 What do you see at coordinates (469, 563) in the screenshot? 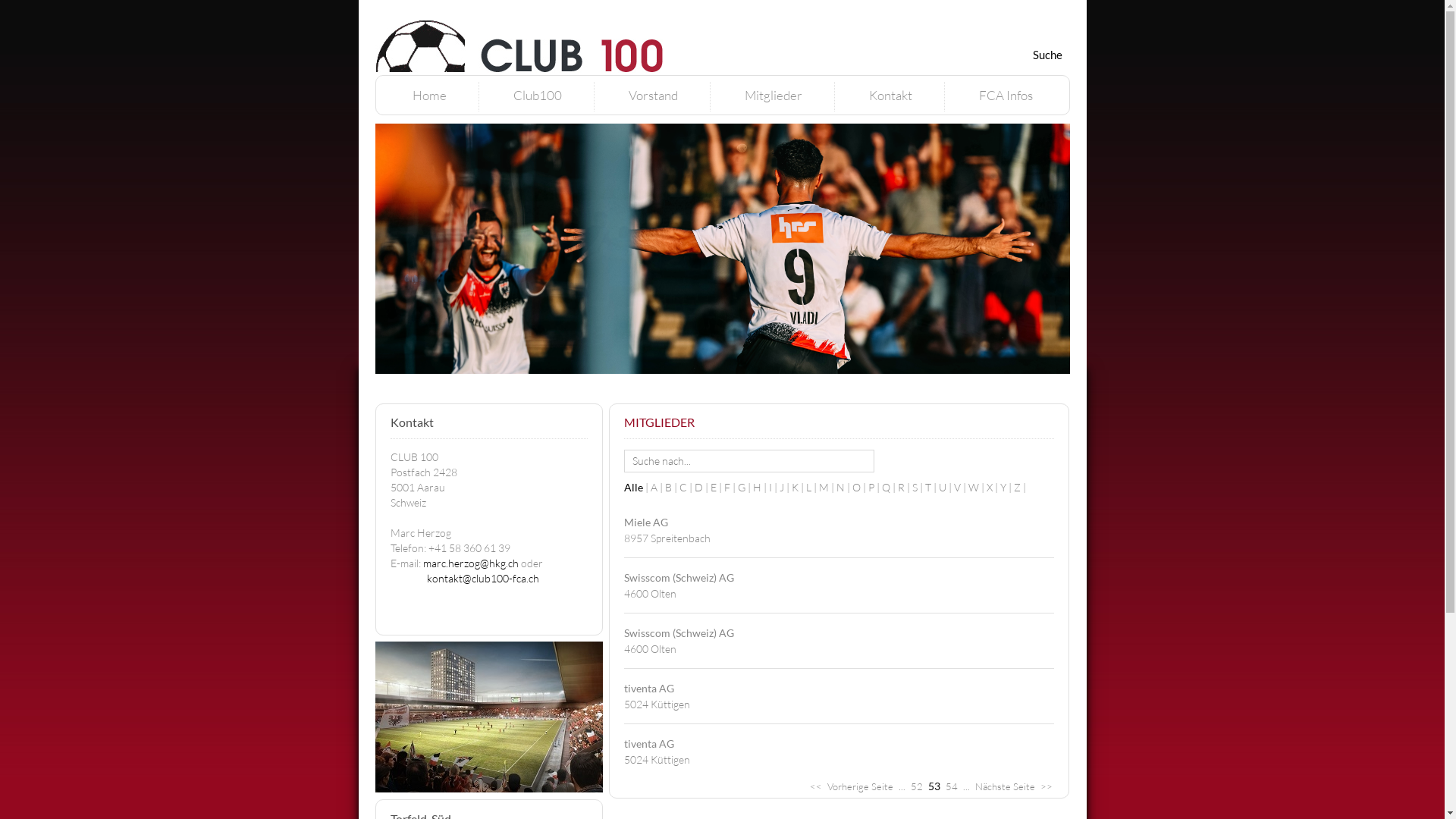
I see `'marc.herzog@hkg.ch'` at bounding box center [469, 563].